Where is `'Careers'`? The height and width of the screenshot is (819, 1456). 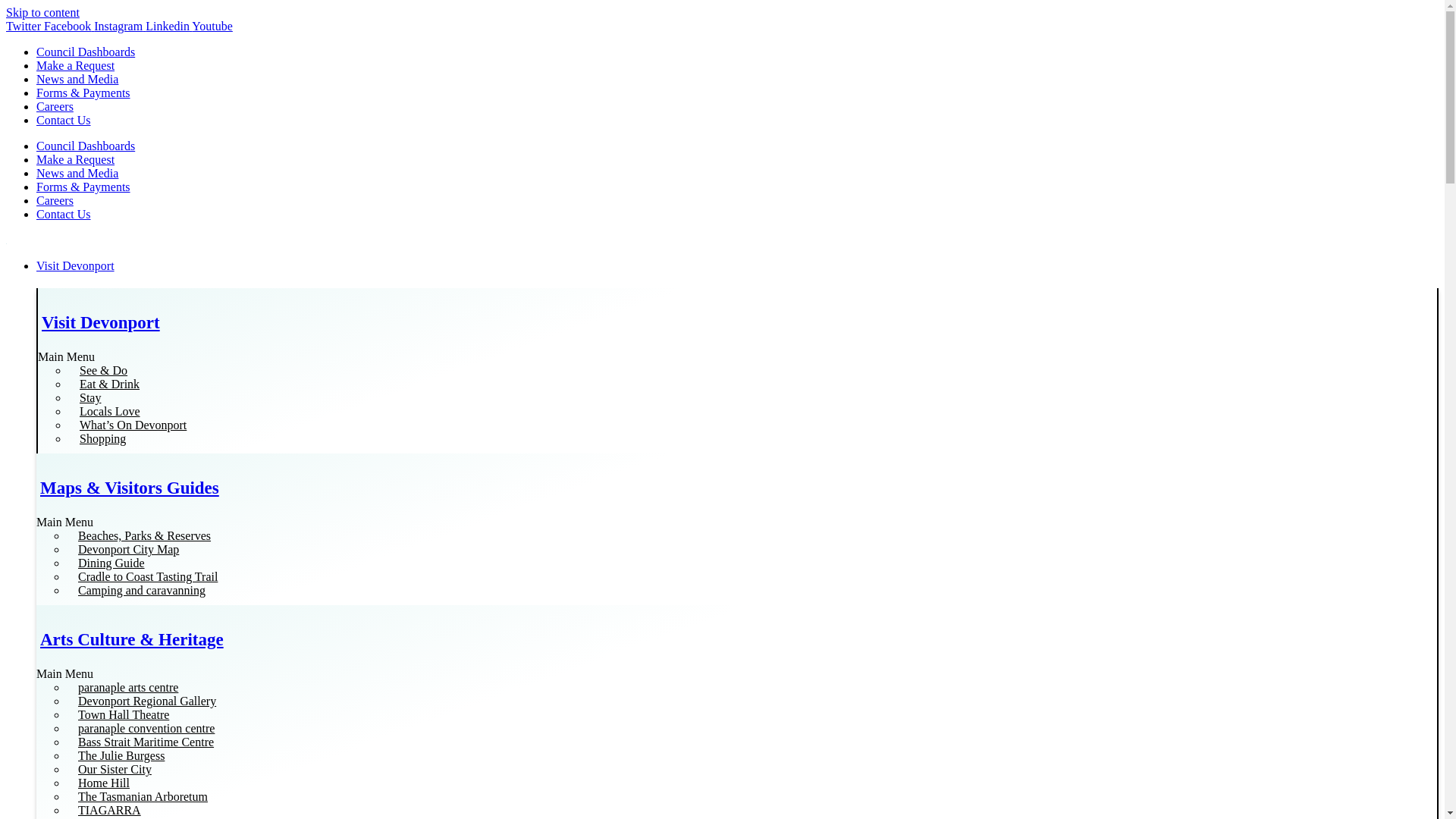 'Careers' is located at coordinates (36, 199).